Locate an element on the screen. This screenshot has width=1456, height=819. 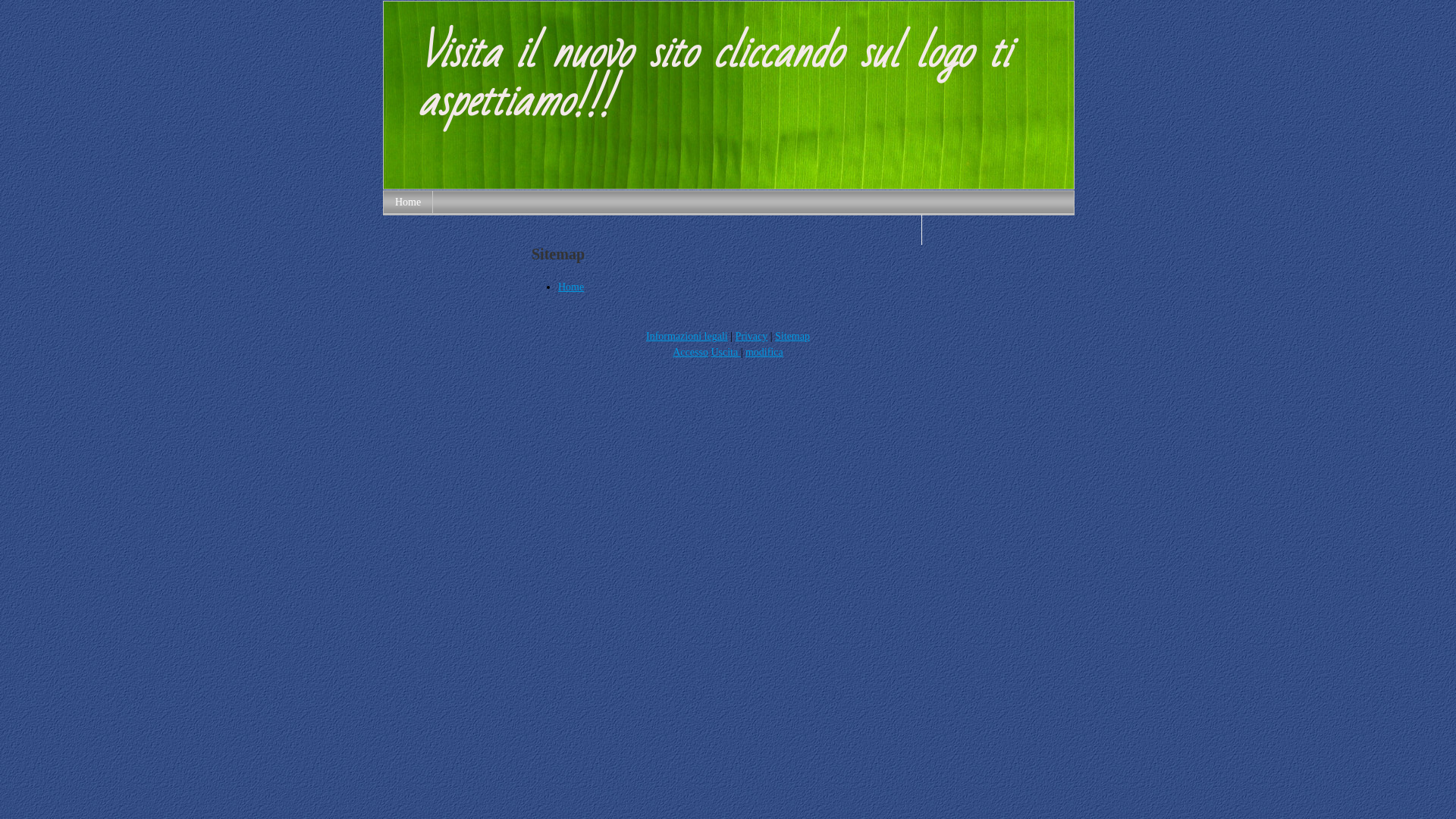
'Accesso' is located at coordinates (672, 352).